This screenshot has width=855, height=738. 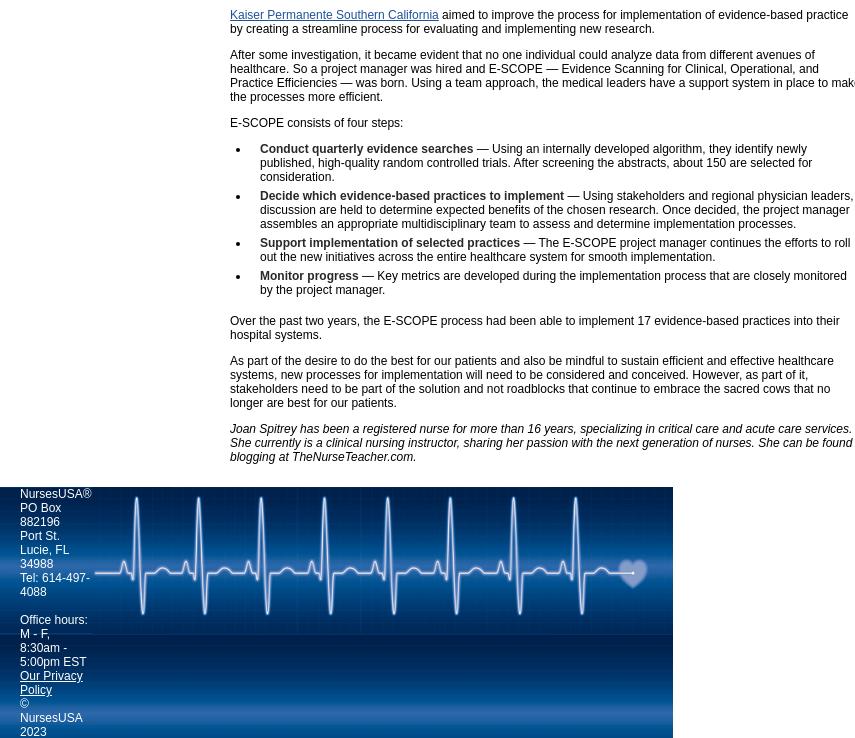 What do you see at coordinates (556, 210) in the screenshot?
I see `'— Using stakeholders and regional physician leaders, discussion are held to determine expected benefits of the chosen research. Once decided, the project manager assembles an appropriate multidisciplinary team to assess and determine implementation processes.'` at bounding box center [556, 210].